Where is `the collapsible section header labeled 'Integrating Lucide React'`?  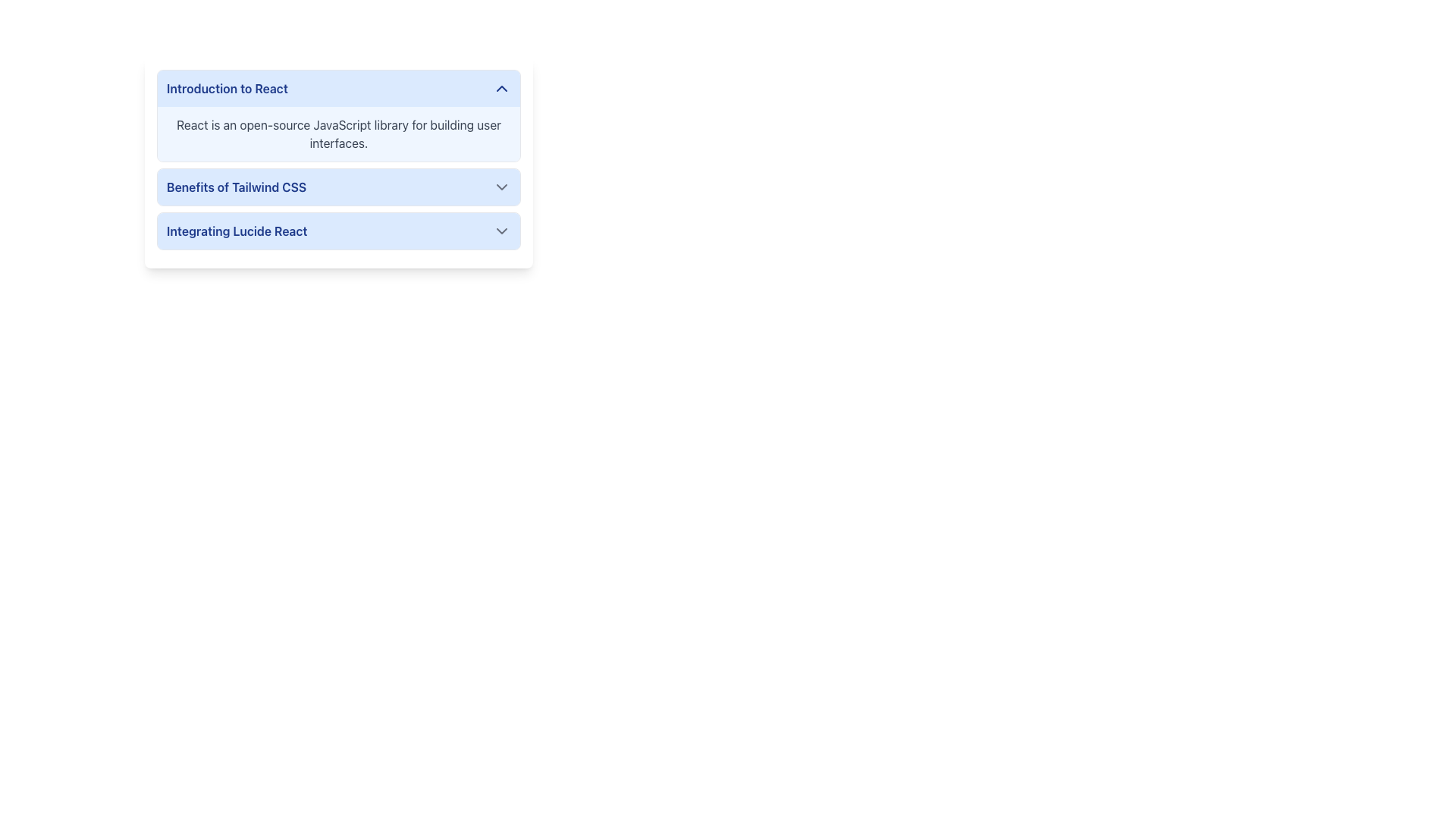 the collapsible section header labeled 'Integrating Lucide React' is located at coordinates (337, 231).